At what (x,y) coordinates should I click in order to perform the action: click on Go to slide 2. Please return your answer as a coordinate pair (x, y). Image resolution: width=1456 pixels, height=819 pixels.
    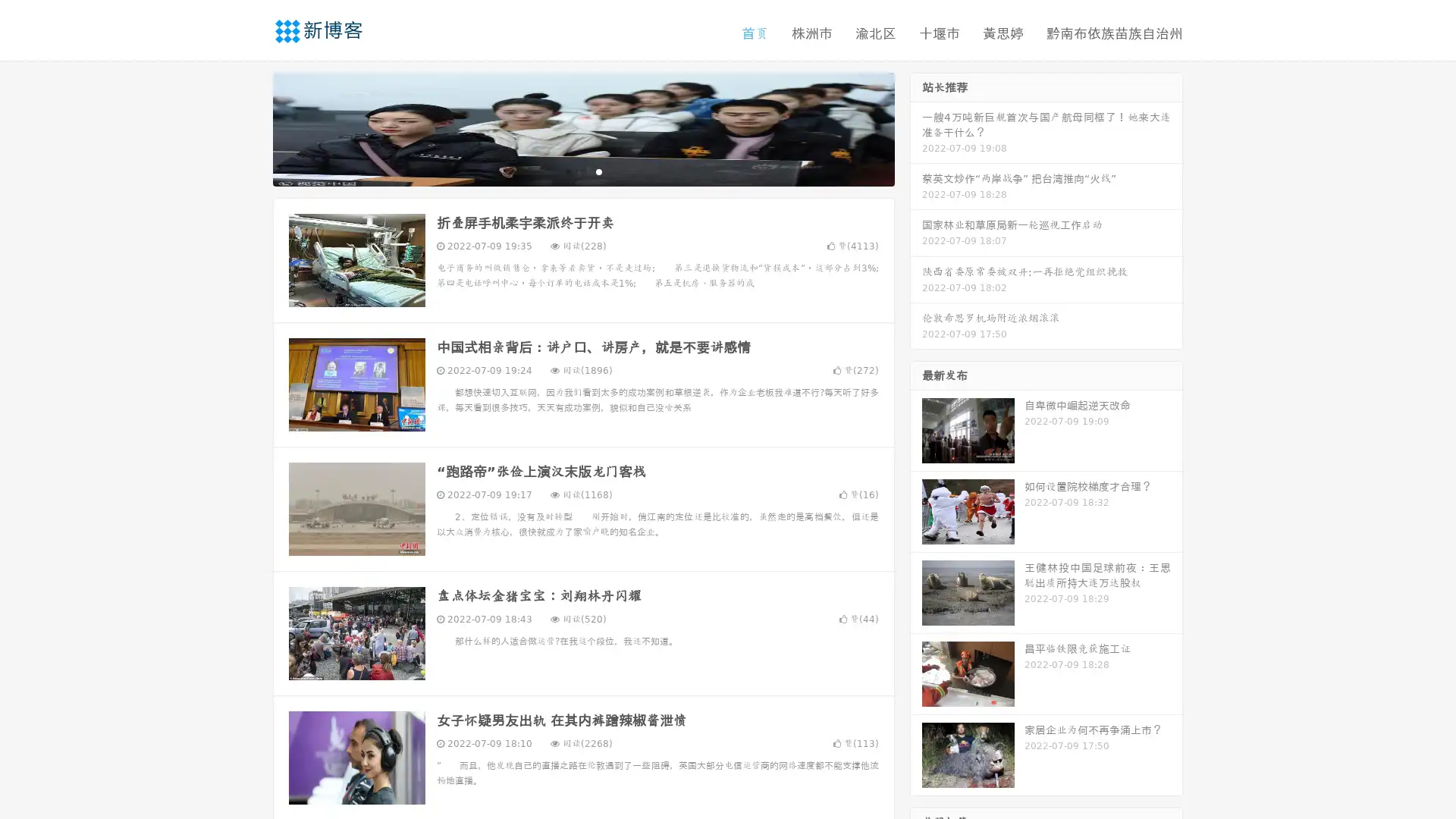
    Looking at the image, I should click on (582, 171).